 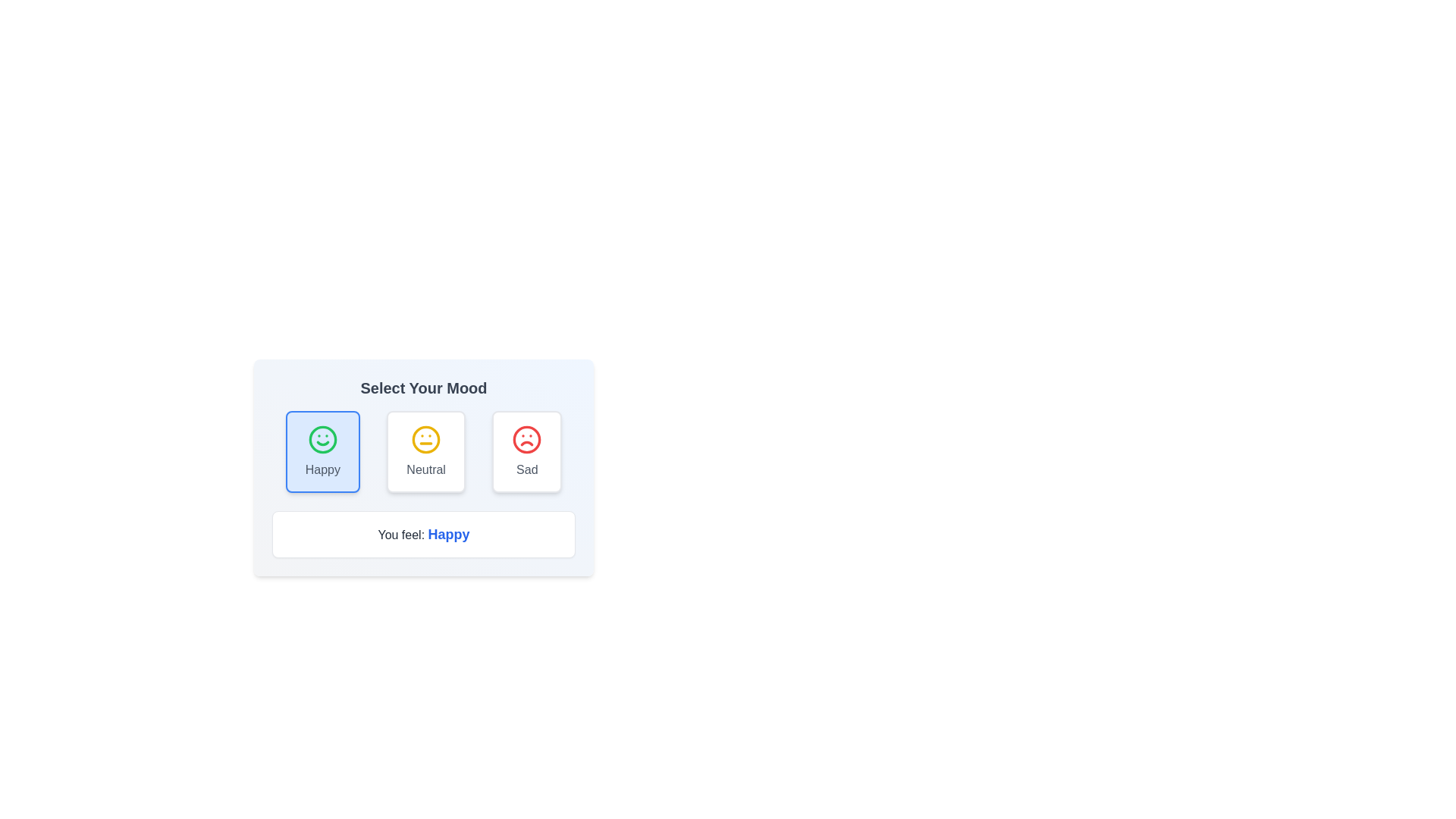 What do you see at coordinates (527, 469) in the screenshot?
I see `the static textual label displaying 'Sad', which is located below the red frowning face icon in the third mood selection option in the 'Select Your Mood' interface` at bounding box center [527, 469].